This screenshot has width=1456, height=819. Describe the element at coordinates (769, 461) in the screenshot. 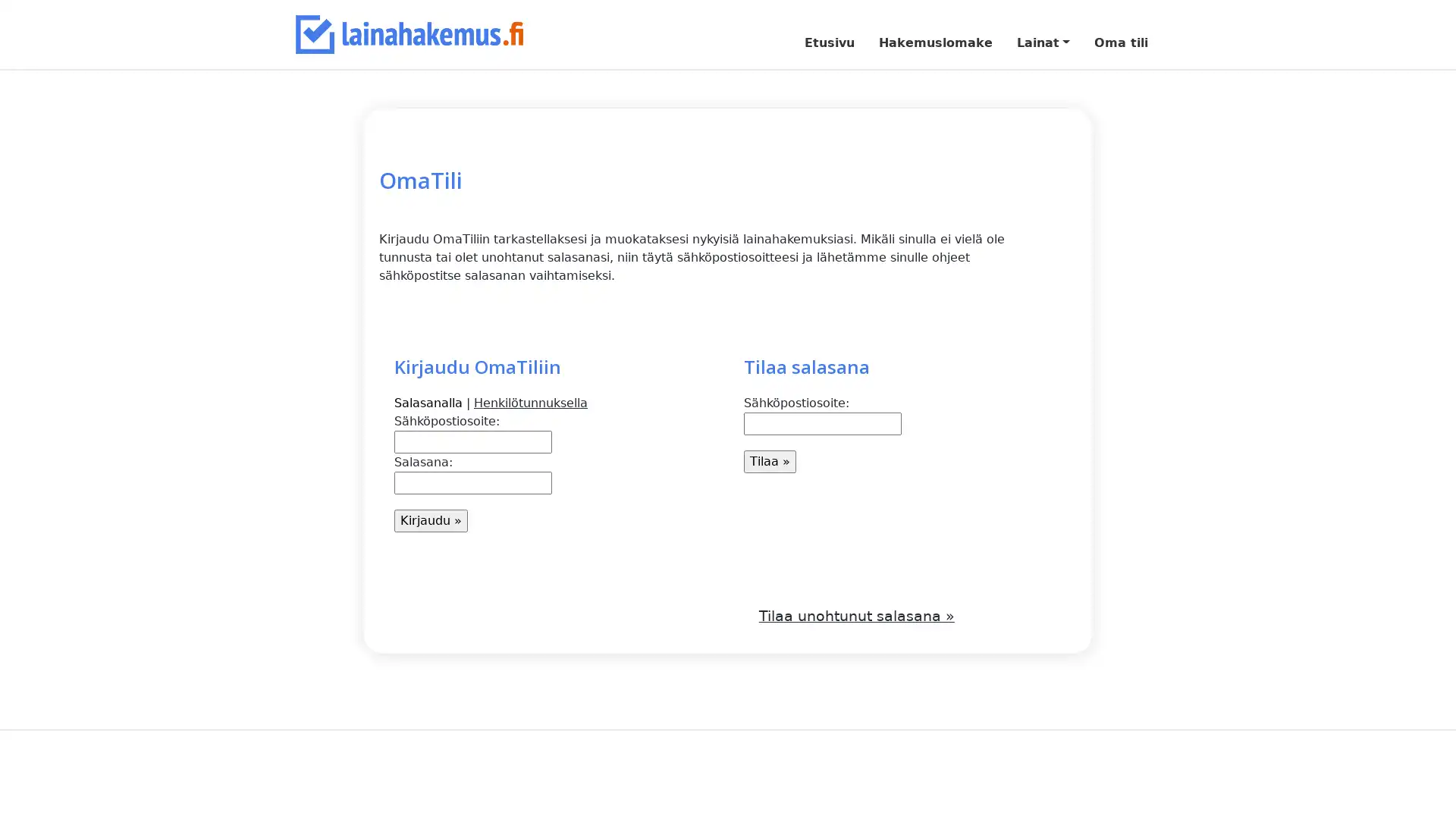

I see `Tilaa` at that location.